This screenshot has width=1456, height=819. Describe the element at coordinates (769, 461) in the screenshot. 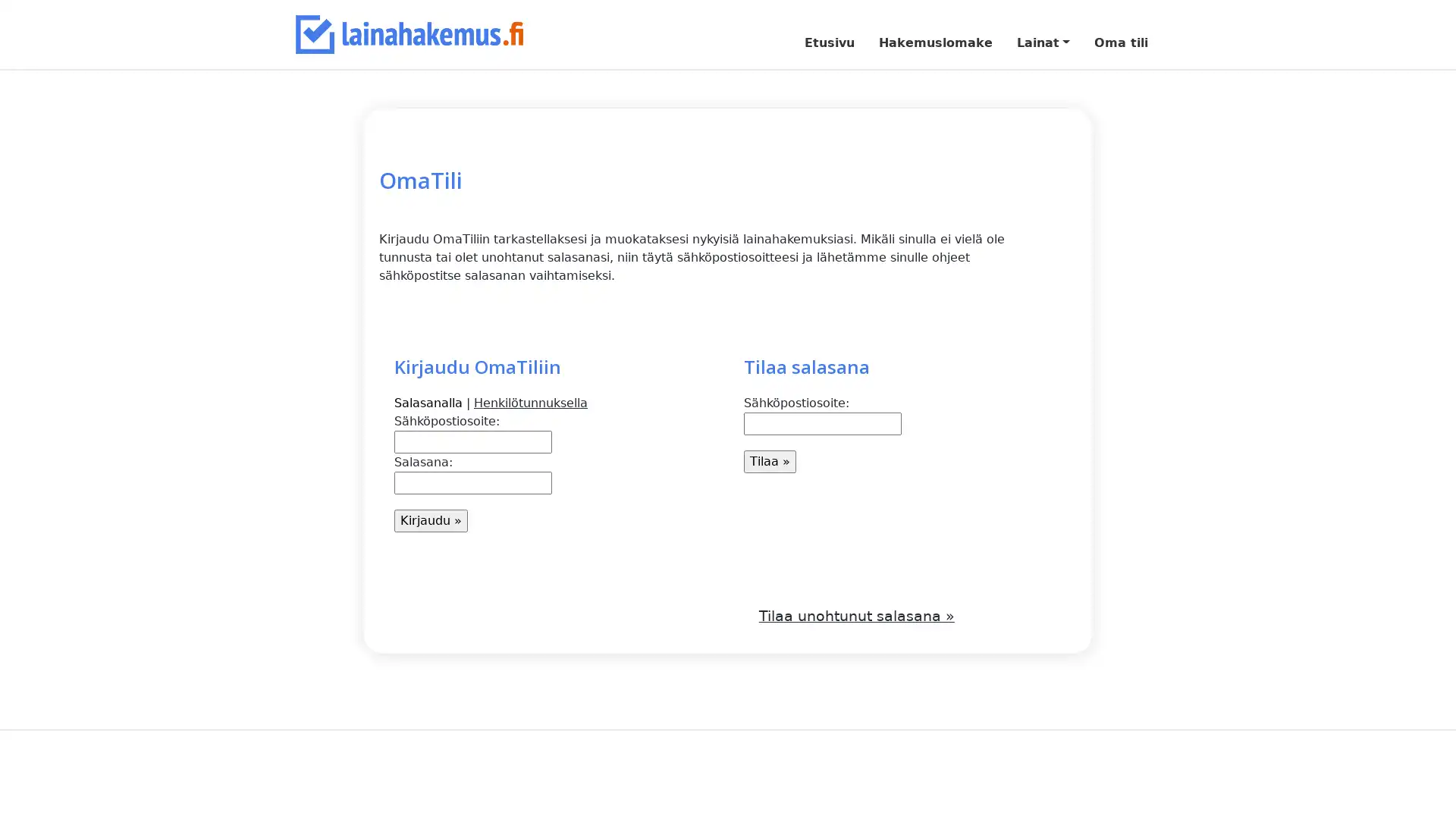

I see `Tilaa` at that location.